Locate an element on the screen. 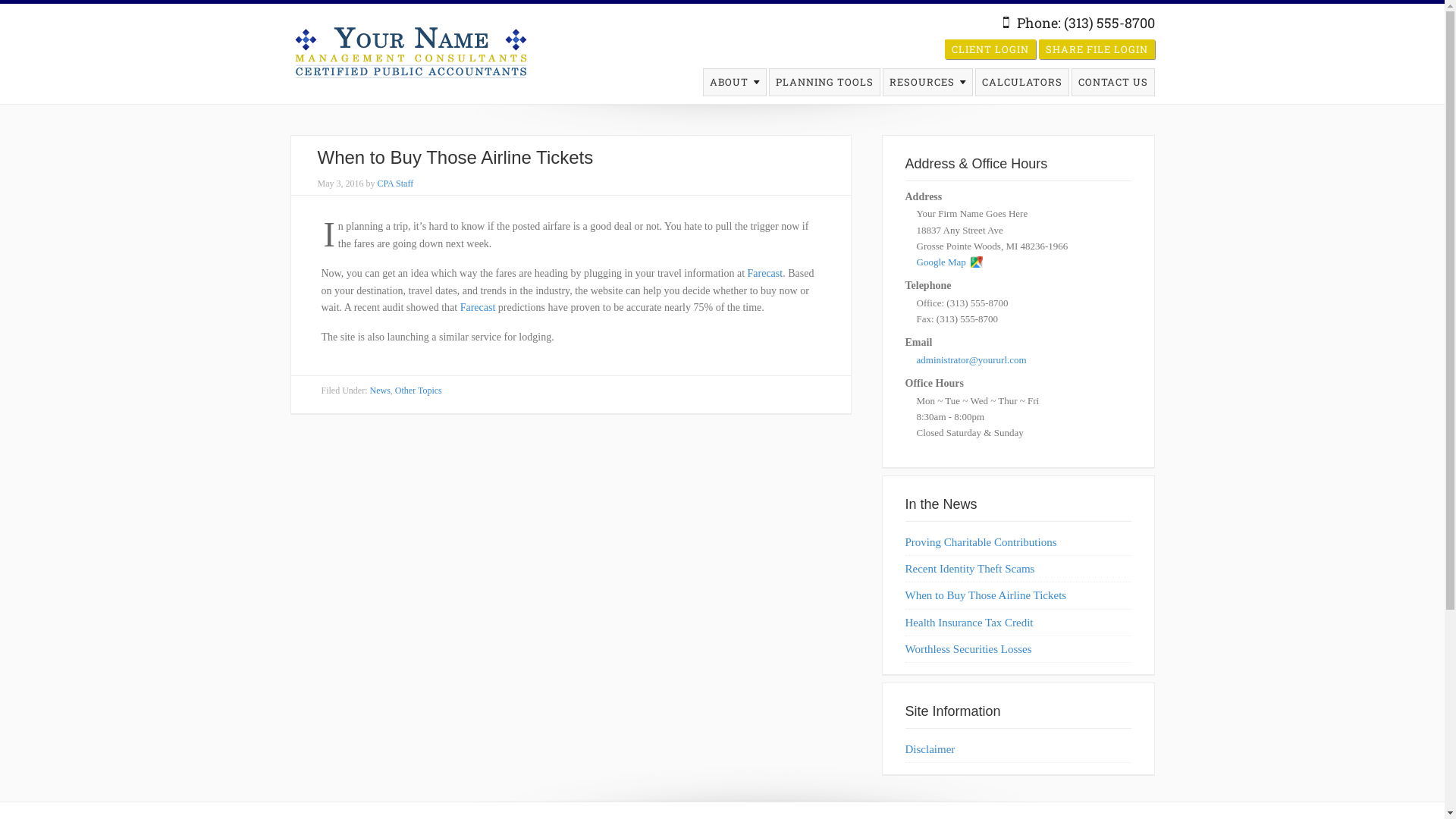 The width and height of the screenshot is (1456, 819). 'PLANNING TOOLS' is located at coordinates (823, 82).